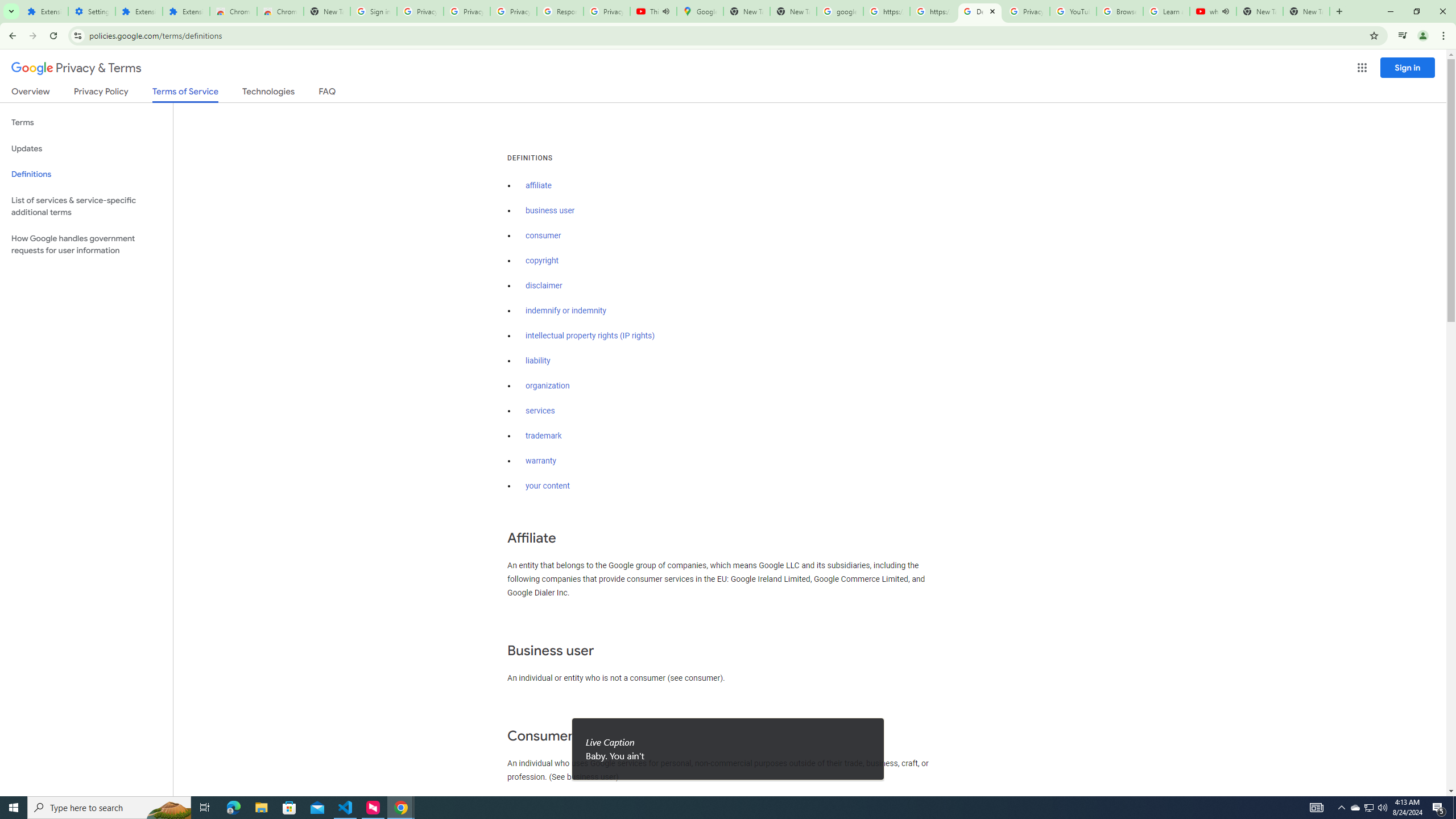 The height and width of the screenshot is (819, 1456). What do you see at coordinates (1119, 11) in the screenshot?
I see `'Browse Chrome as a guest - Computer - Google Chrome Help'` at bounding box center [1119, 11].